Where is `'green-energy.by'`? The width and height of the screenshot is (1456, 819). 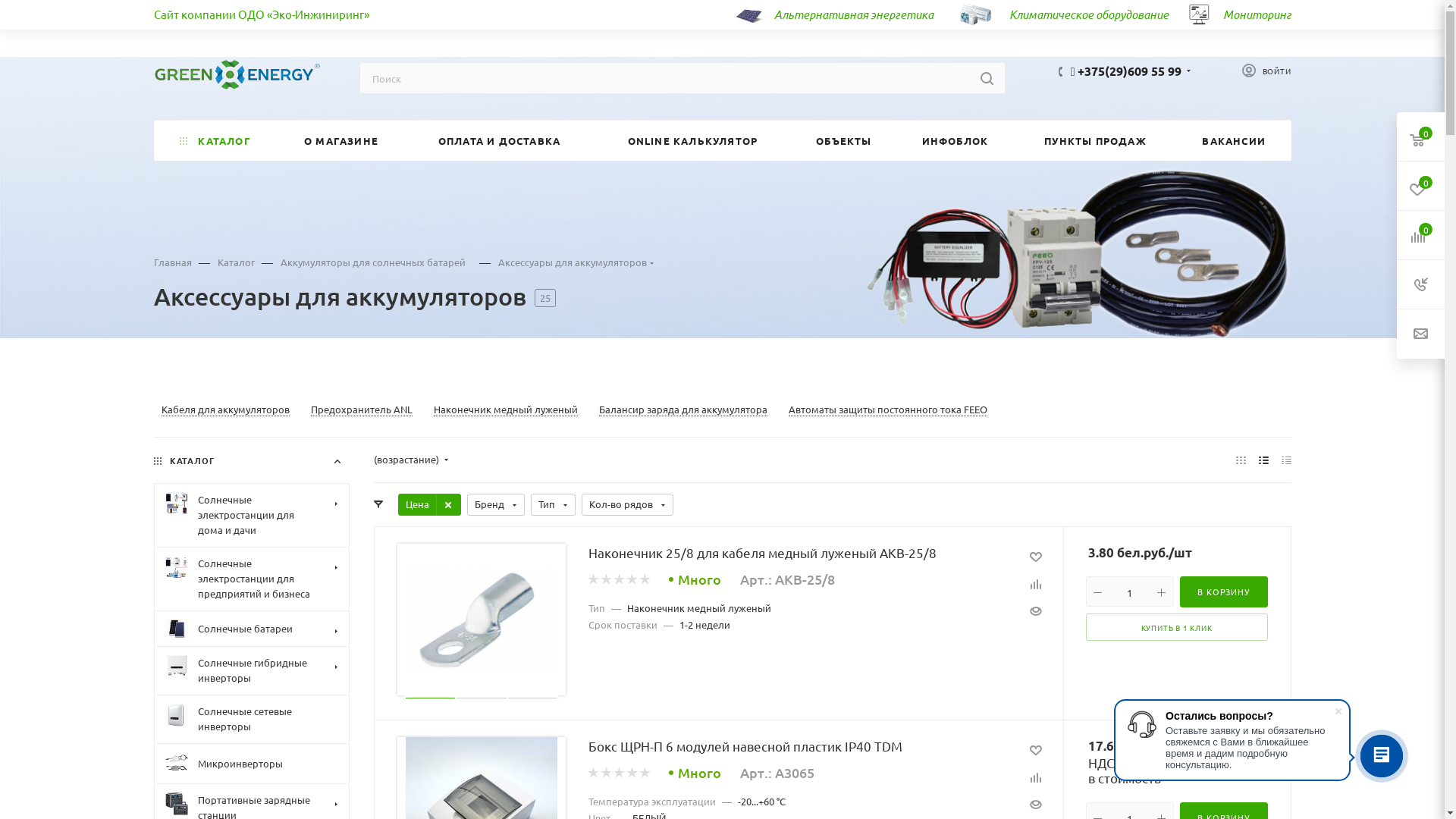 'green-energy.by' is located at coordinates (152, 75).